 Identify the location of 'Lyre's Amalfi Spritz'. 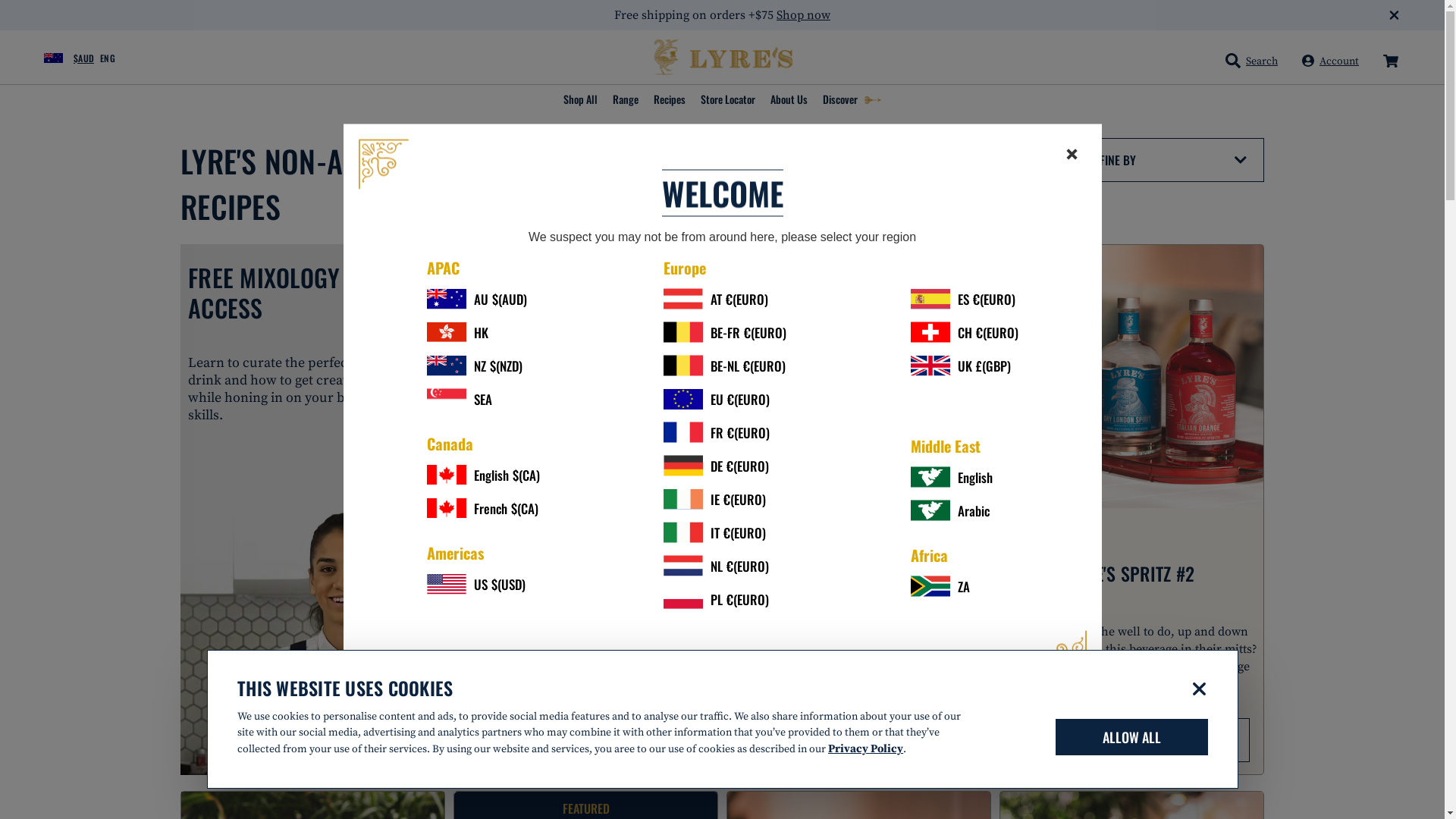
(858, 375).